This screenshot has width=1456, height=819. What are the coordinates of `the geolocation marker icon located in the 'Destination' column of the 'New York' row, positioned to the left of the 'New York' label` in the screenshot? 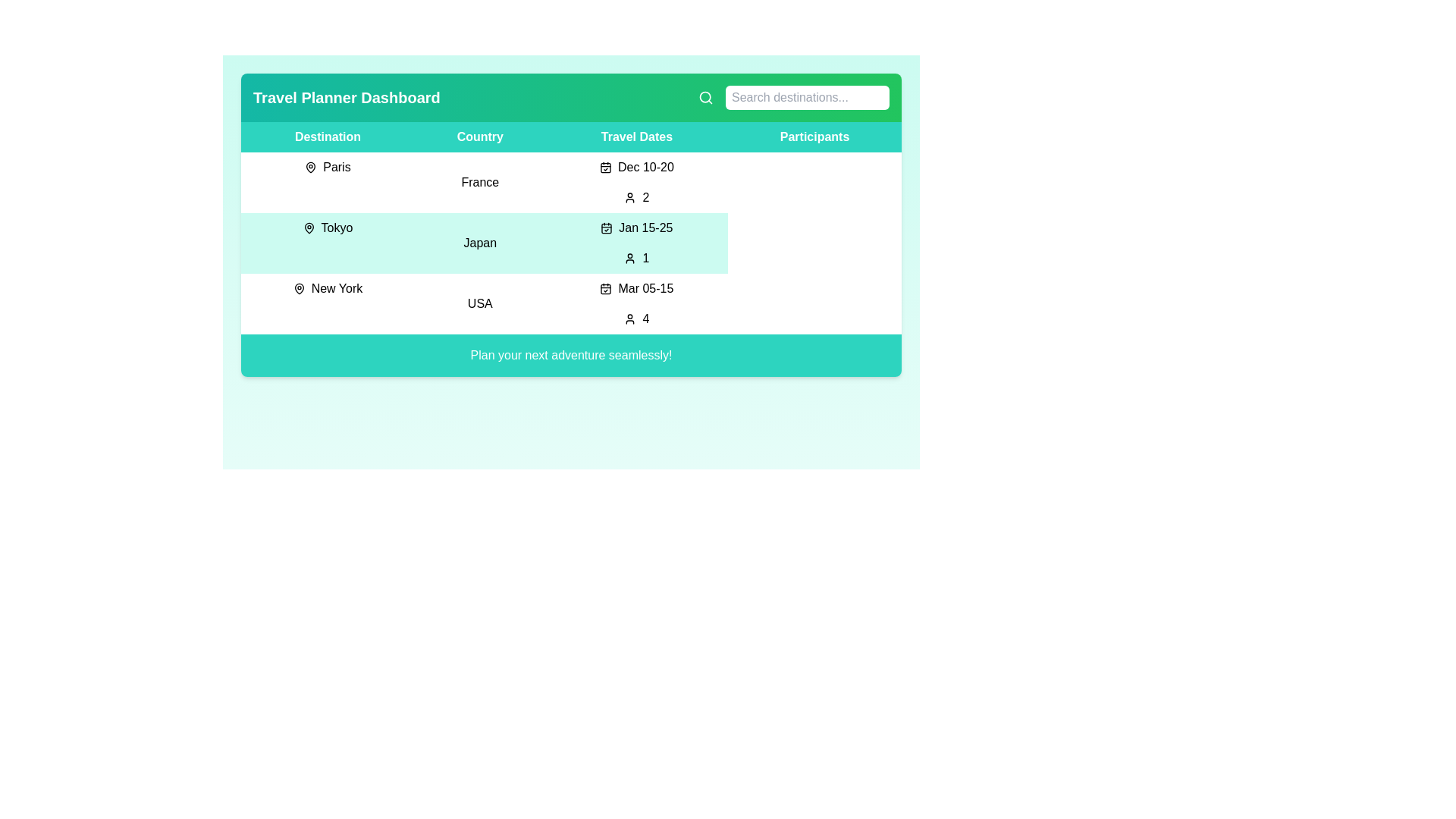 It's located at (299, 289).